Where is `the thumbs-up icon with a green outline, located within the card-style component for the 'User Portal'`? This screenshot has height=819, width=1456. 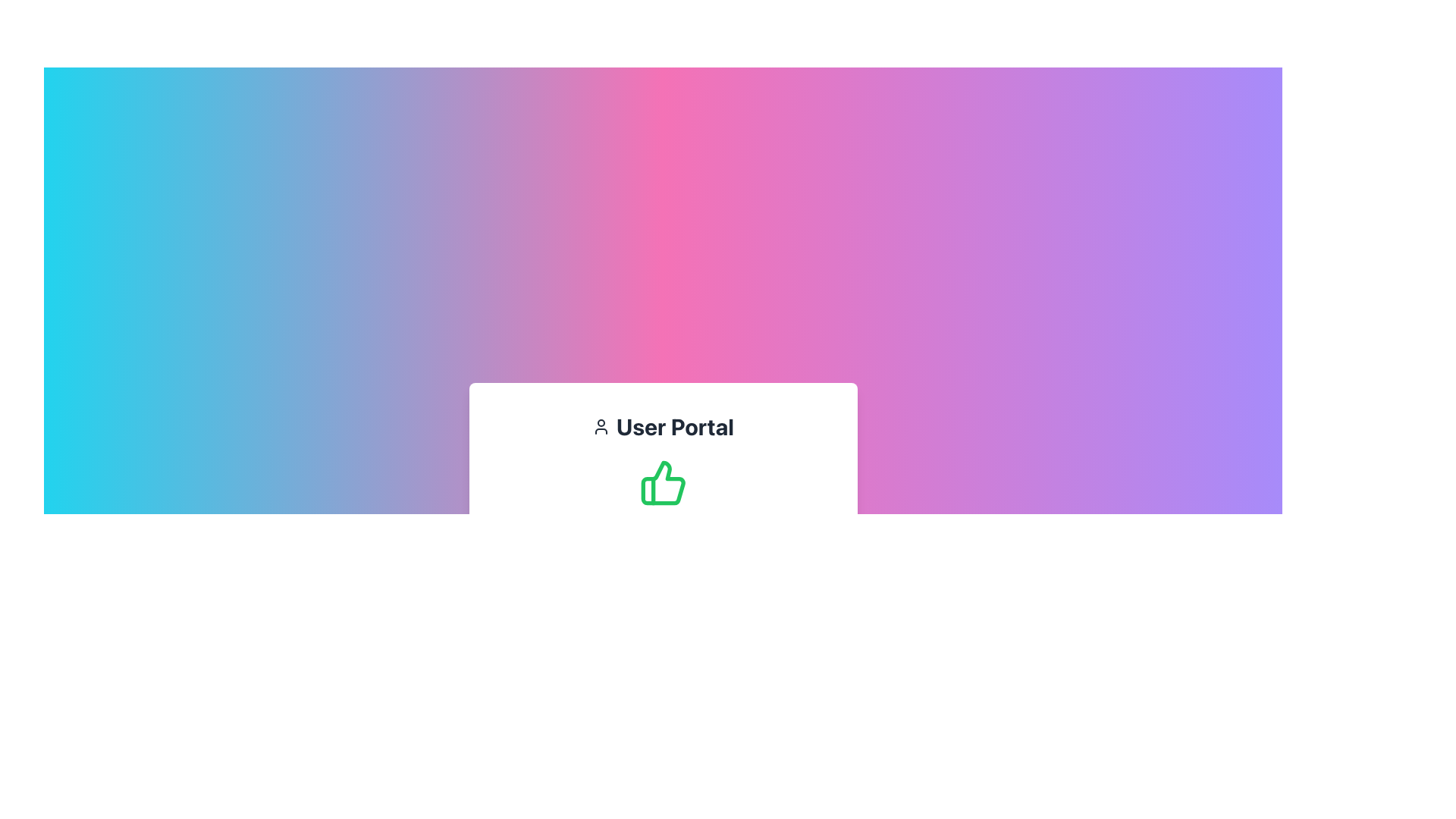 the thumbs-up icon with a green outline, located within the card-style component for the 'User Portal' is located at coordinates (663, 475).